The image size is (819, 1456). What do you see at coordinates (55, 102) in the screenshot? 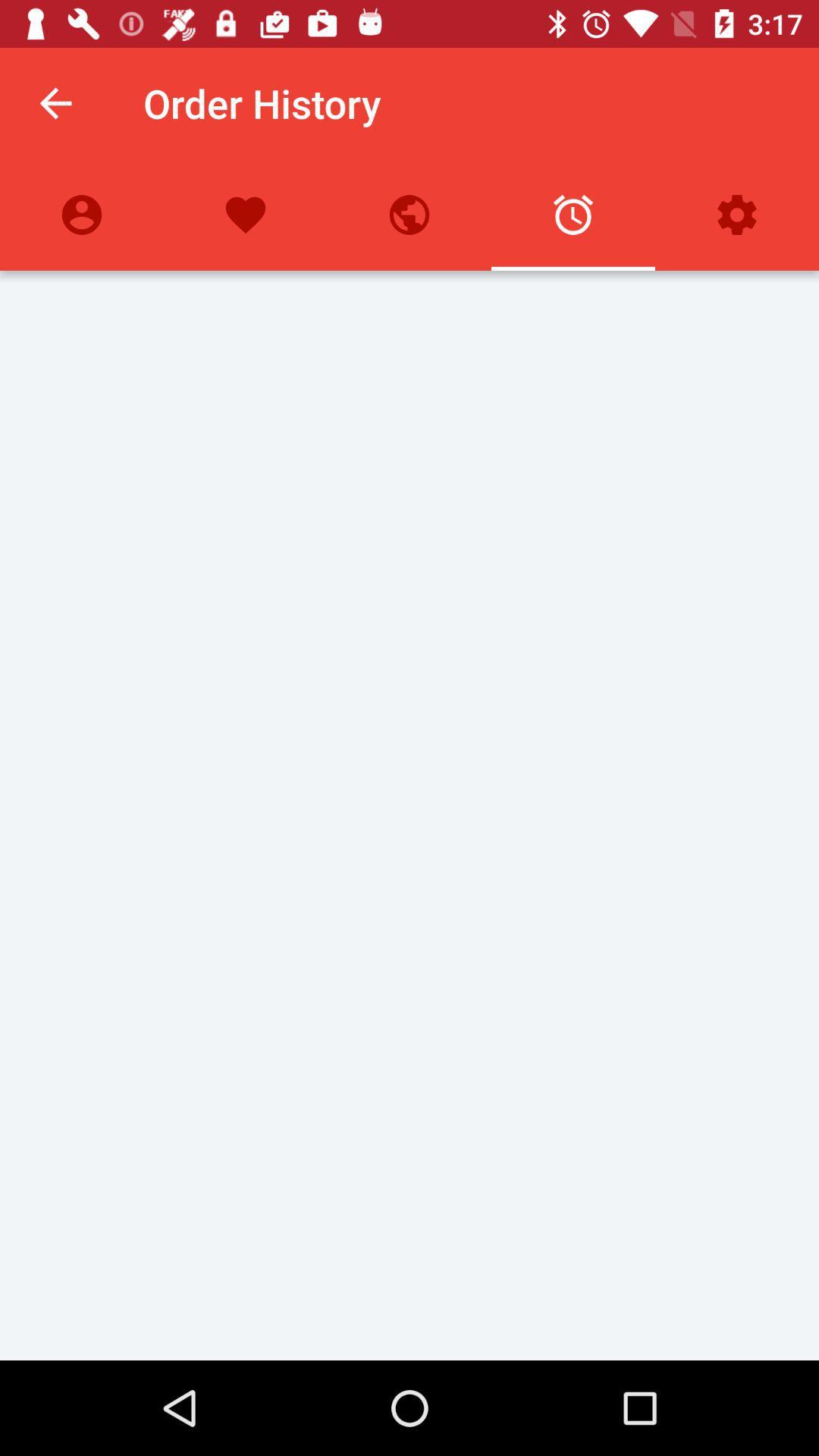
I see `the icon next to the order history item` at bounding box center [55, 102].